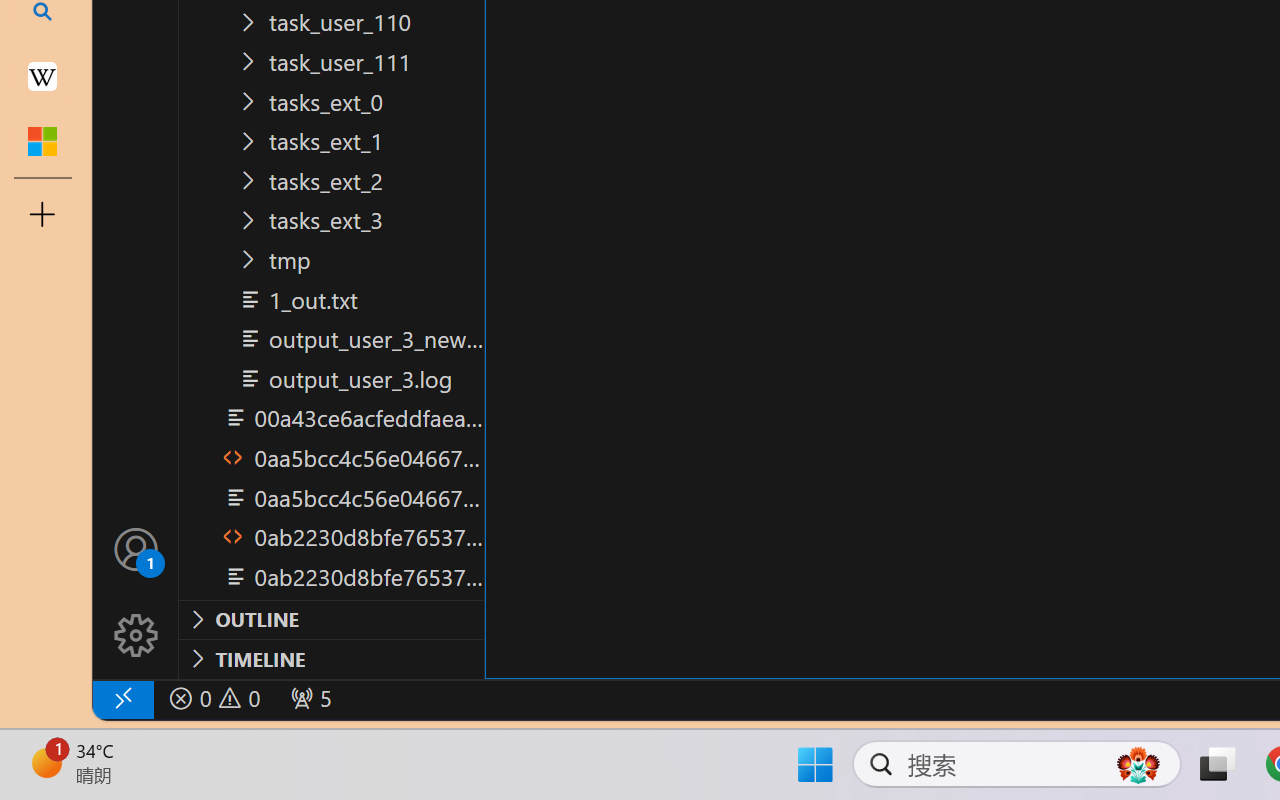 The height and width of the screenshot is (800, 1280). Describe the element at coordinates (331, 619) in the screenshot. I see `'Outline Section'` at that location.